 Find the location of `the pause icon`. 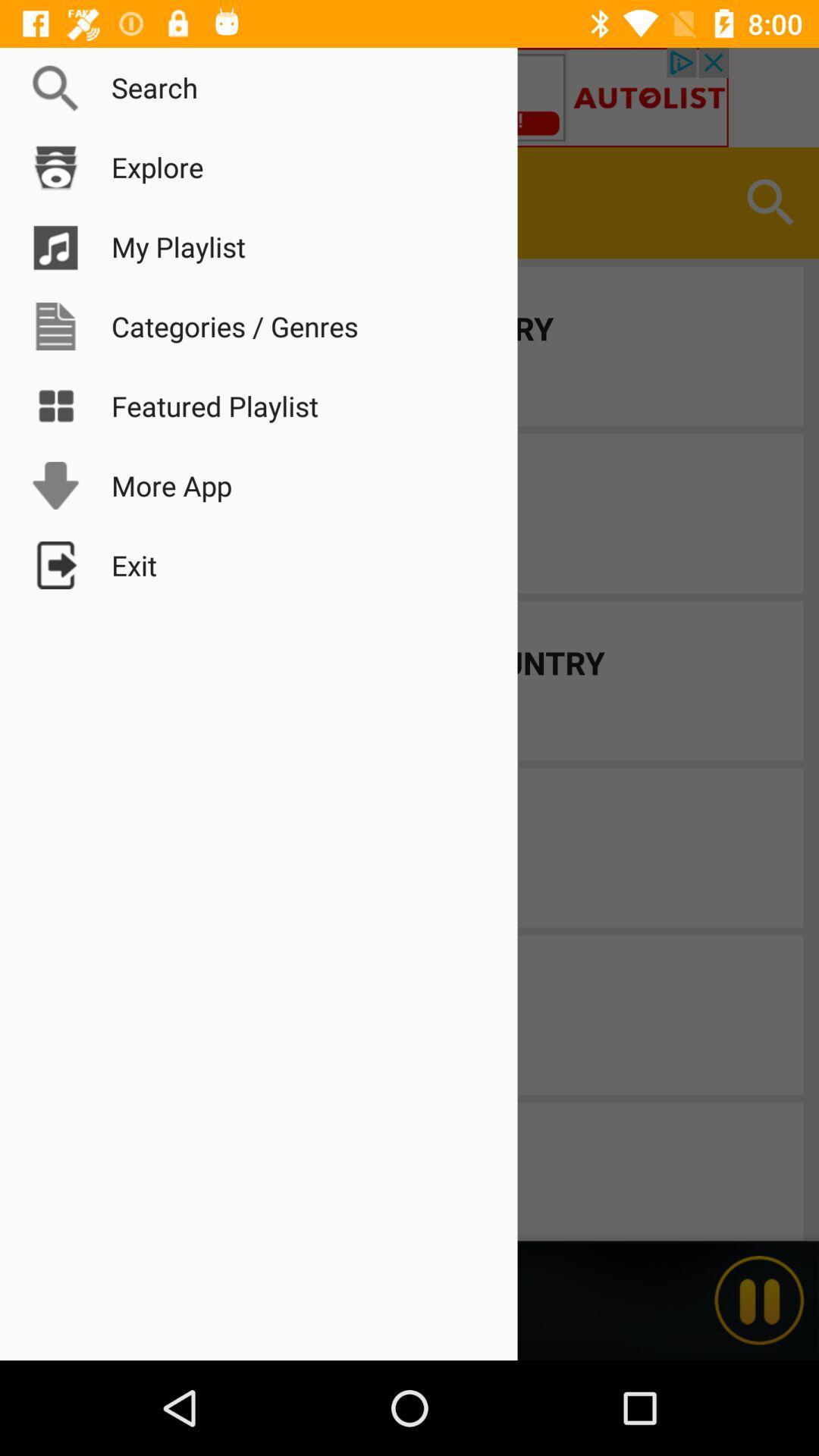

the pause icon is located at coordinates (759, 1300).